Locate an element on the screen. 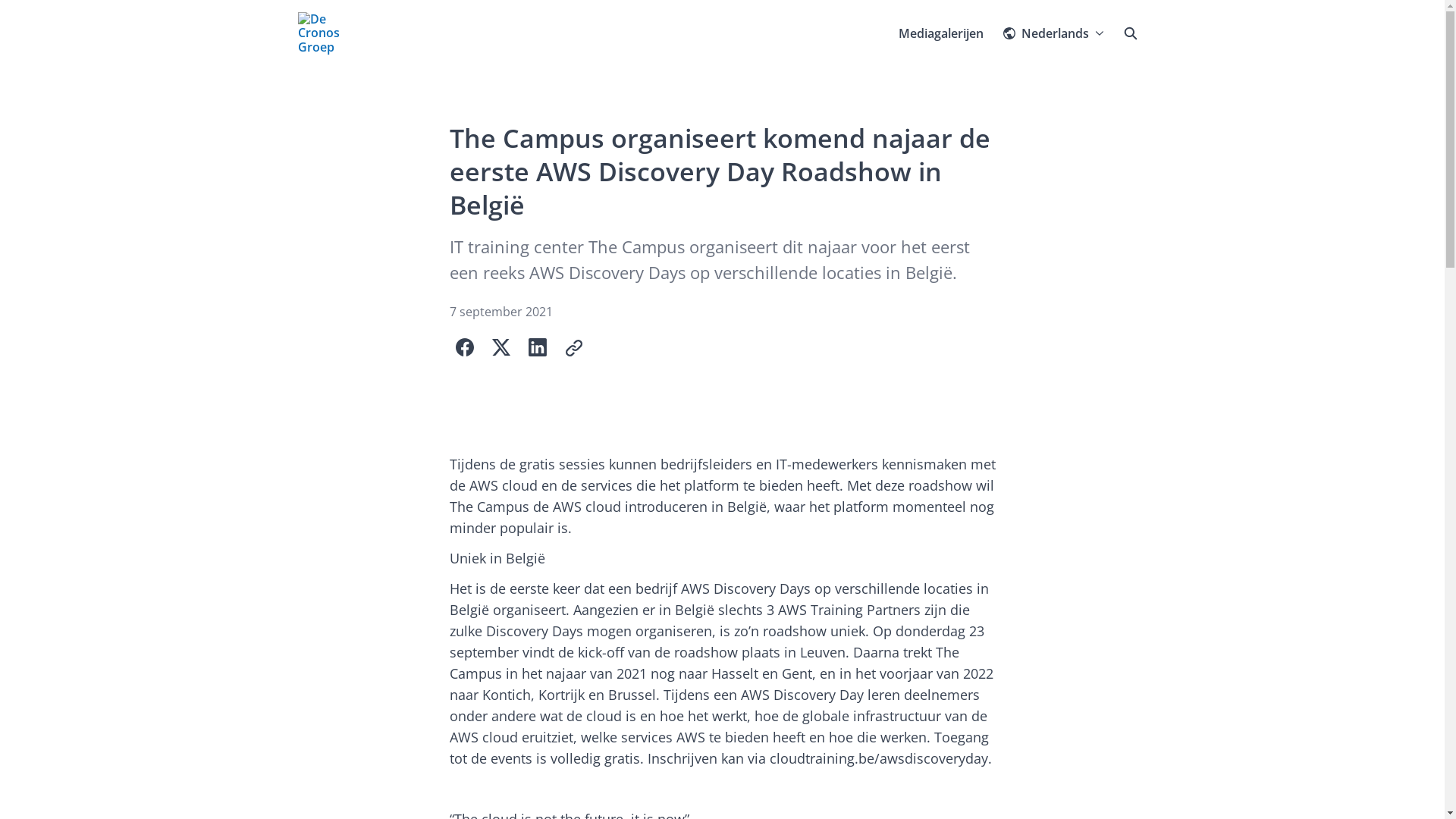 The width and height of the screenshot is (1456, 819). 'DE CRONOS GROEP' is located at coordinates (297, 33).